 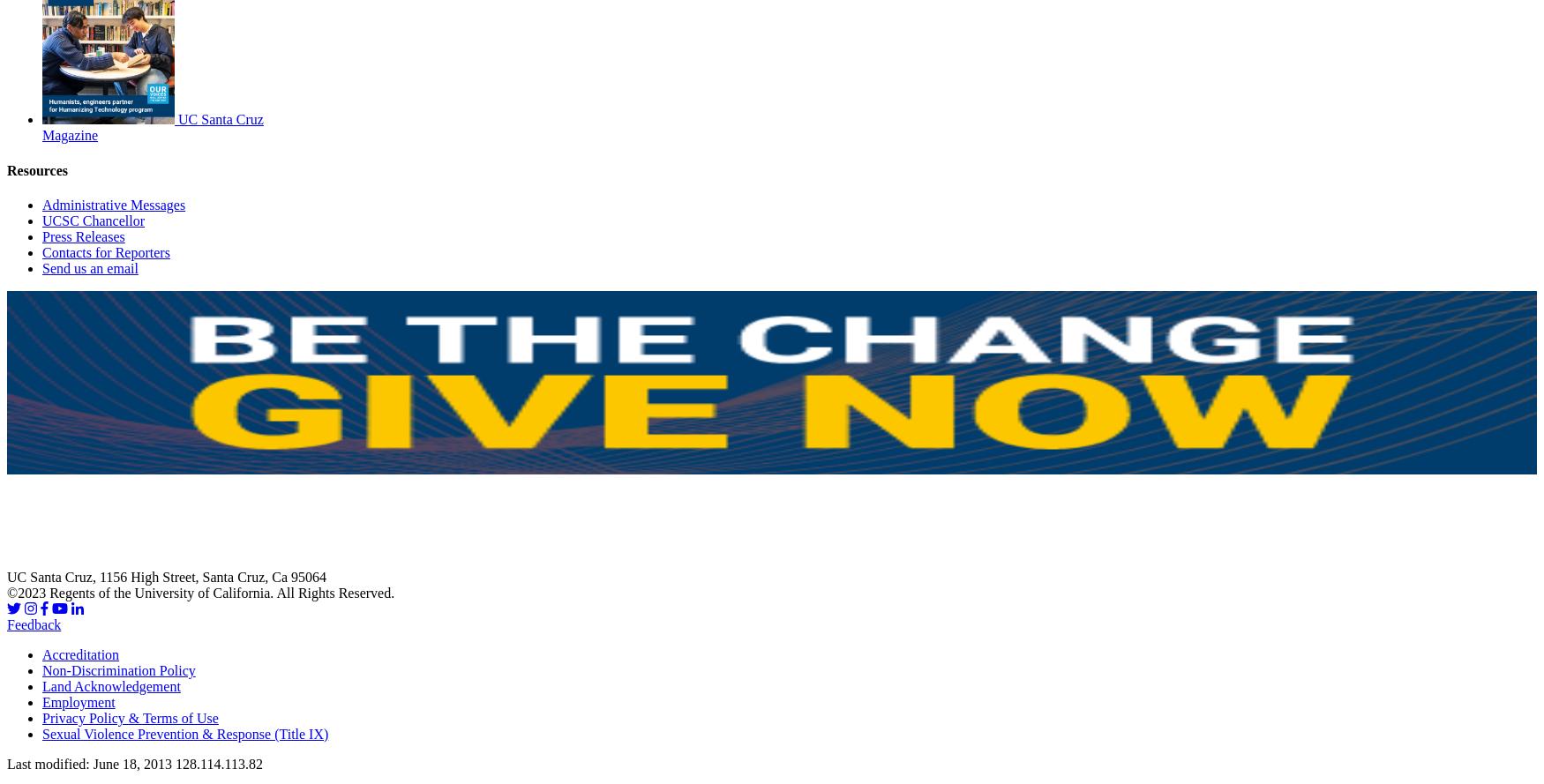 I want to click on 'Administrative Messages', so click(x=41, y=204).